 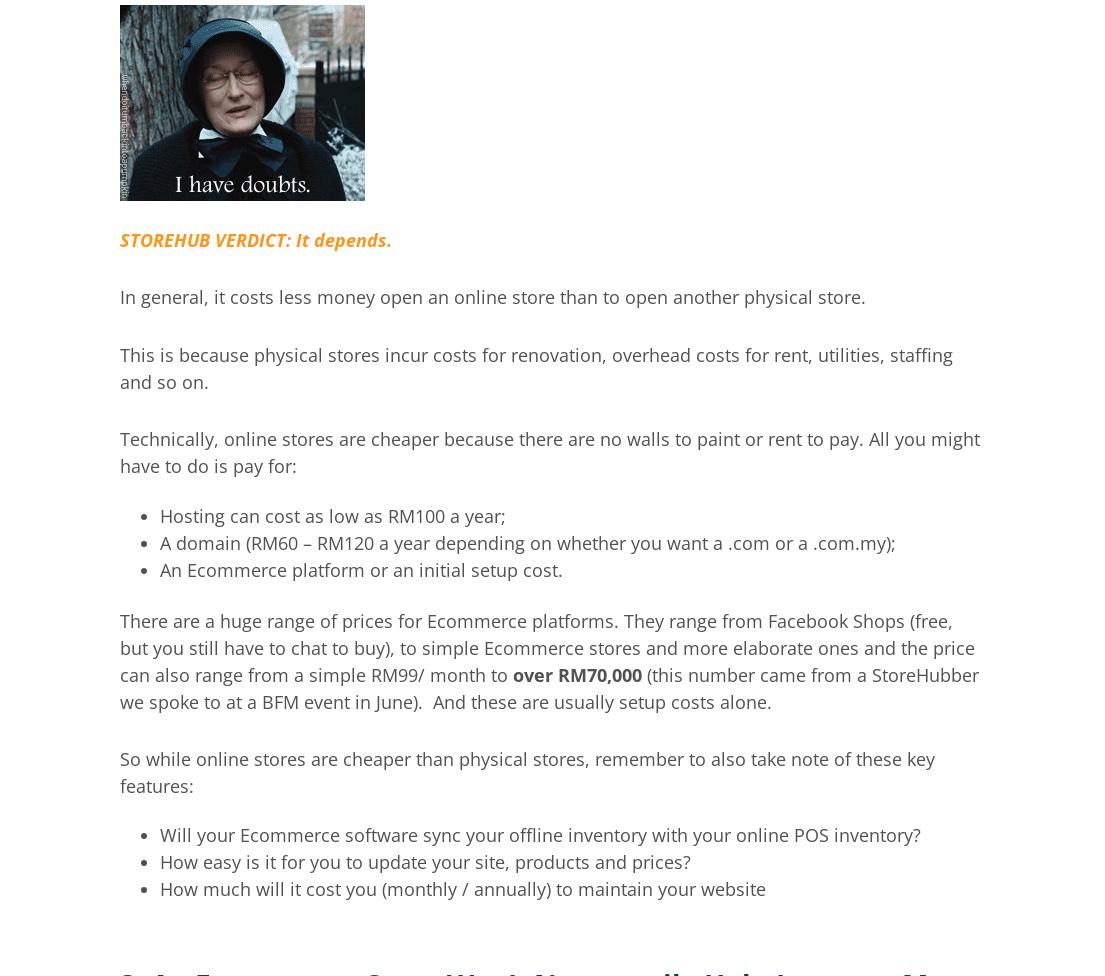 I want to click on 'Technically, online stores are cheaper because there are no walls to paint or rent to pay. All you might have to do is pay for:', so click(x=548, y=451).